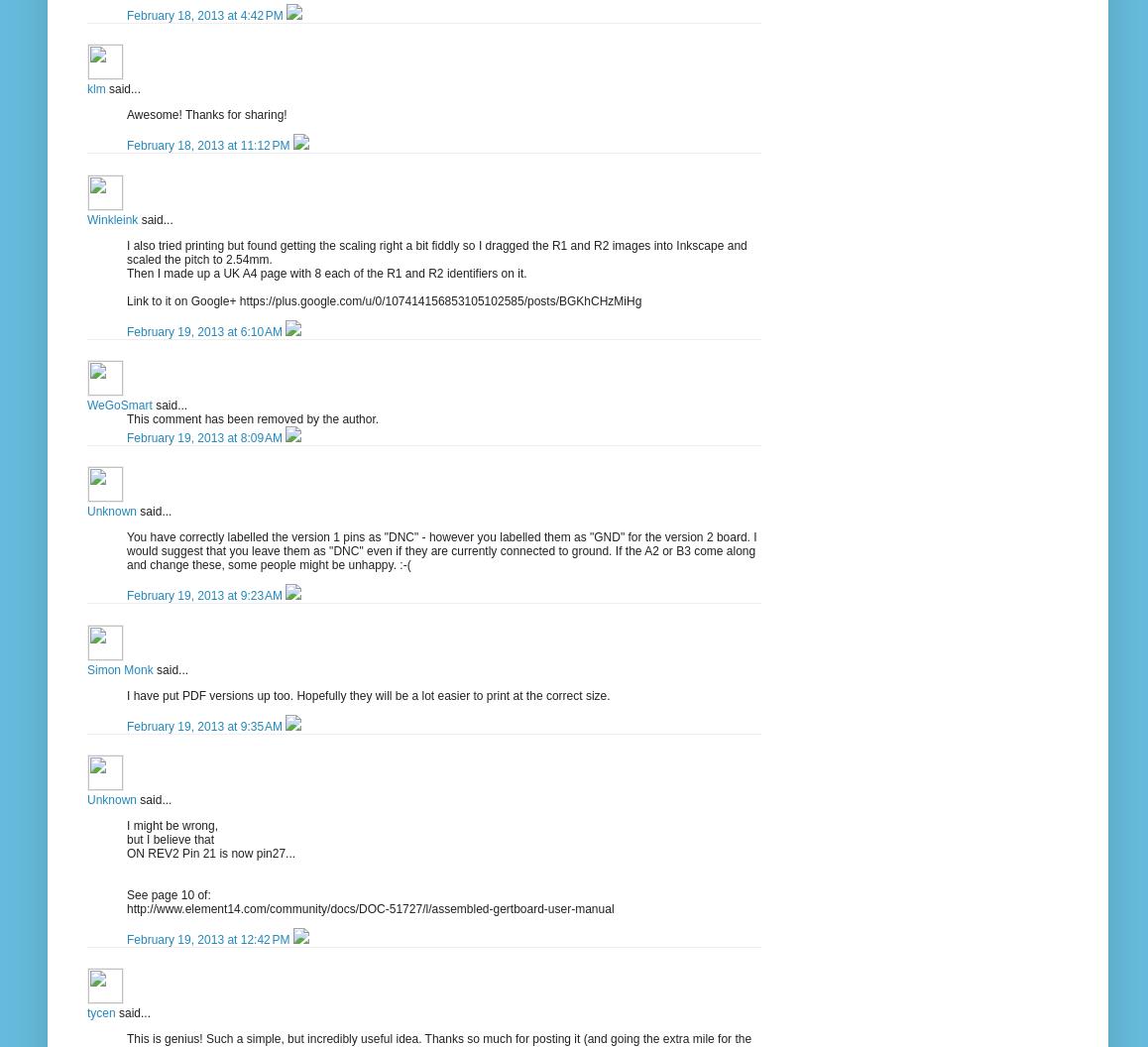 The width and height of the screenshot is (1148, 1047). What do you see at coordinates (119, 668) in the screenshot?
I see `'Simon Monk'` at bounding box center [119, 668].